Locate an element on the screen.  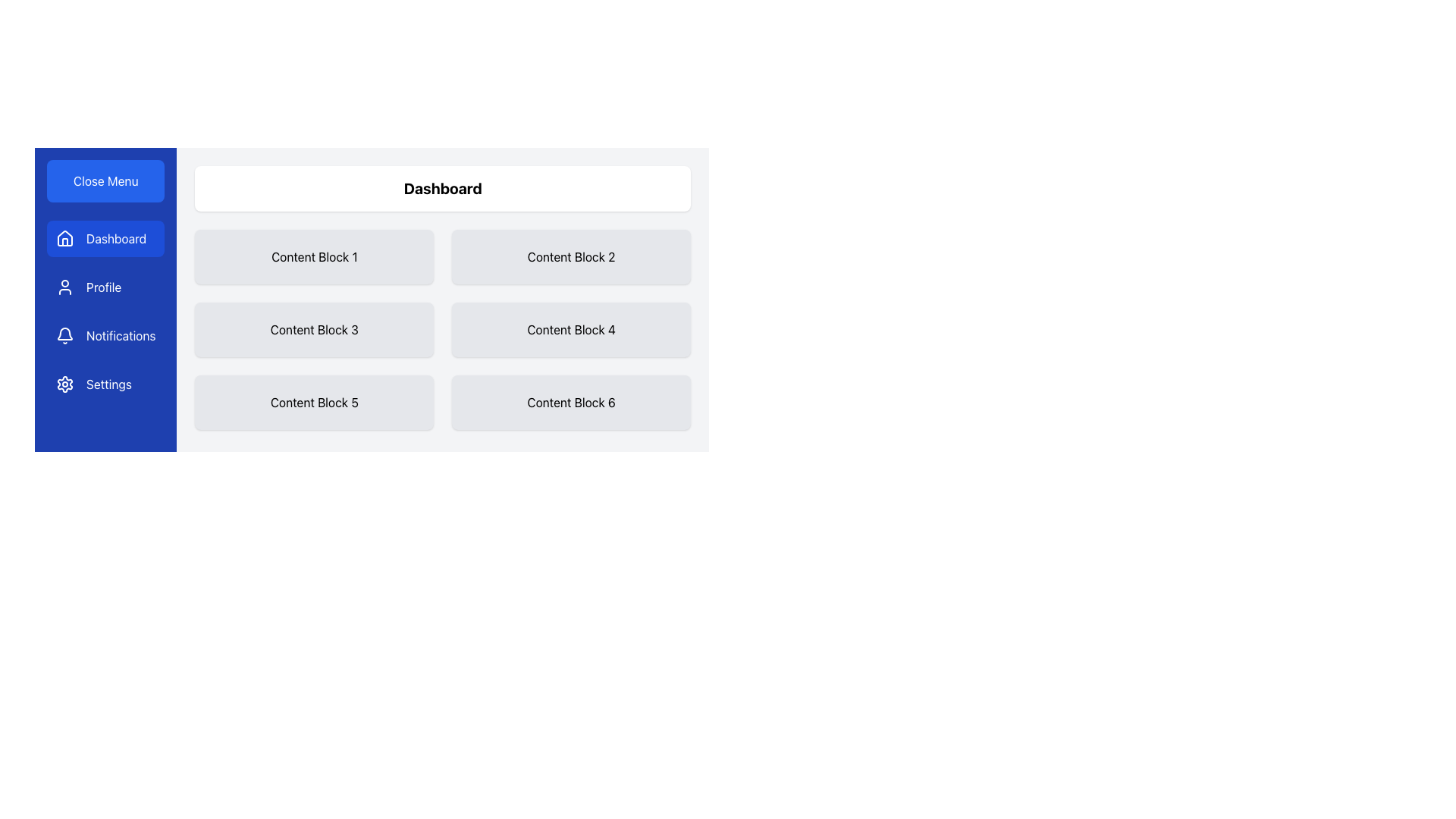
the close button in the sidebar menu, positioned at the top with a blue background is located at coordinates (105, 180).